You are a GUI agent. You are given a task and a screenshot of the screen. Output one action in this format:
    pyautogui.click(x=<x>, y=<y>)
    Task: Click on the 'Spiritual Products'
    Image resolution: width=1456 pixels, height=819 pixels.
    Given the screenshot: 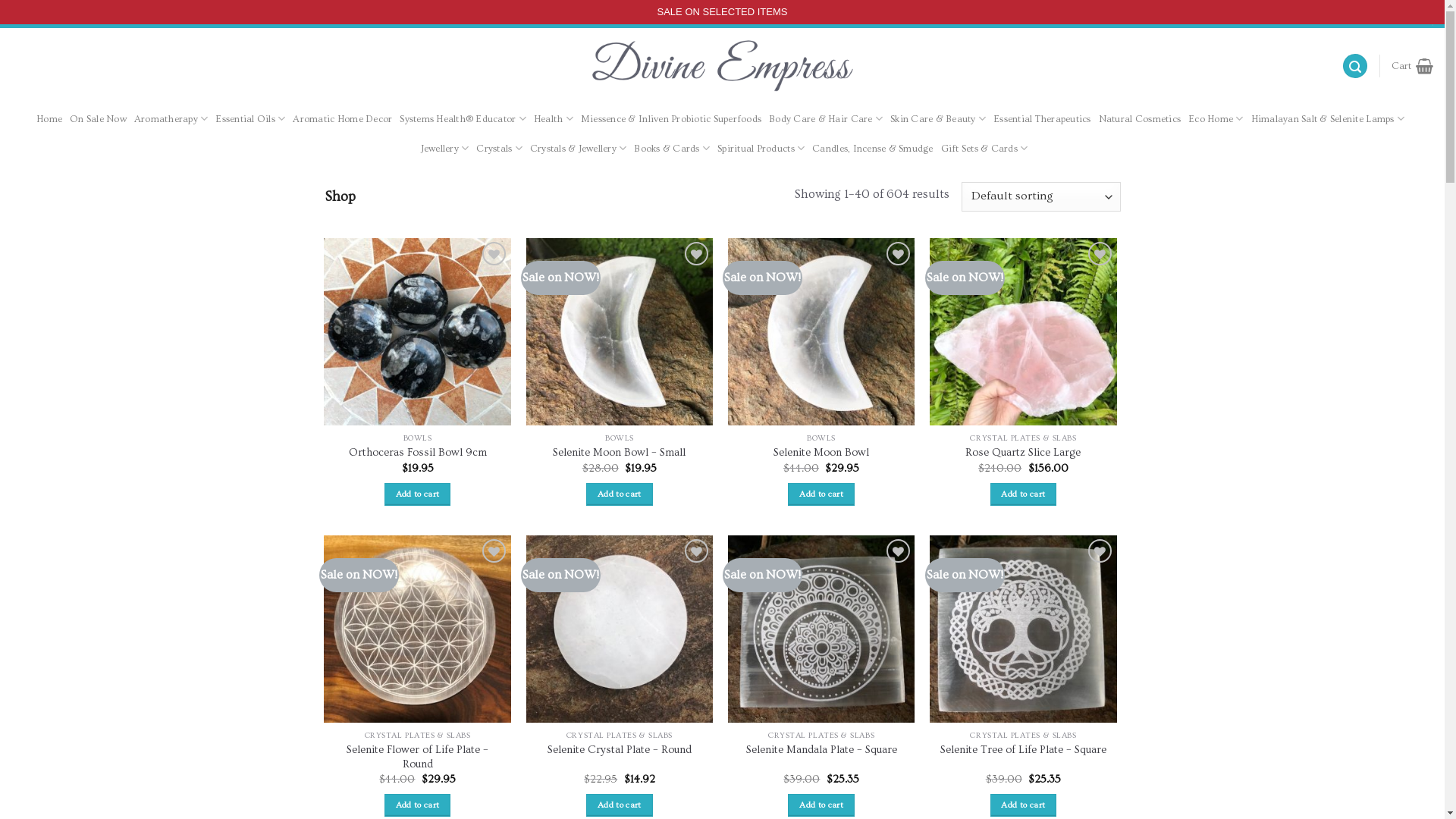 What is the action you would take?
    pyautogui.click(x=716, y=148)
    